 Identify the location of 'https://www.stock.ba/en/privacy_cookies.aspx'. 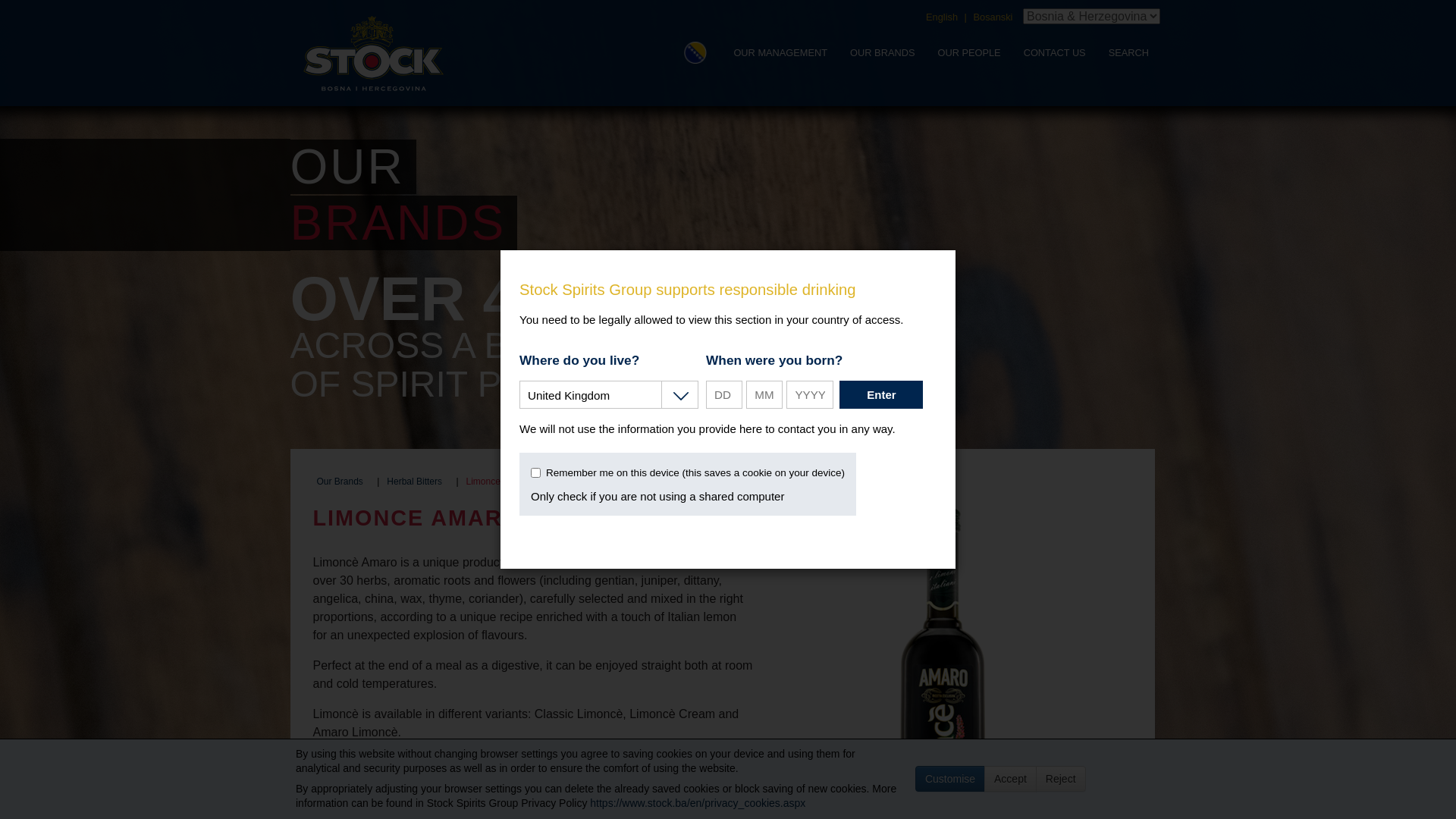
(697, 802).